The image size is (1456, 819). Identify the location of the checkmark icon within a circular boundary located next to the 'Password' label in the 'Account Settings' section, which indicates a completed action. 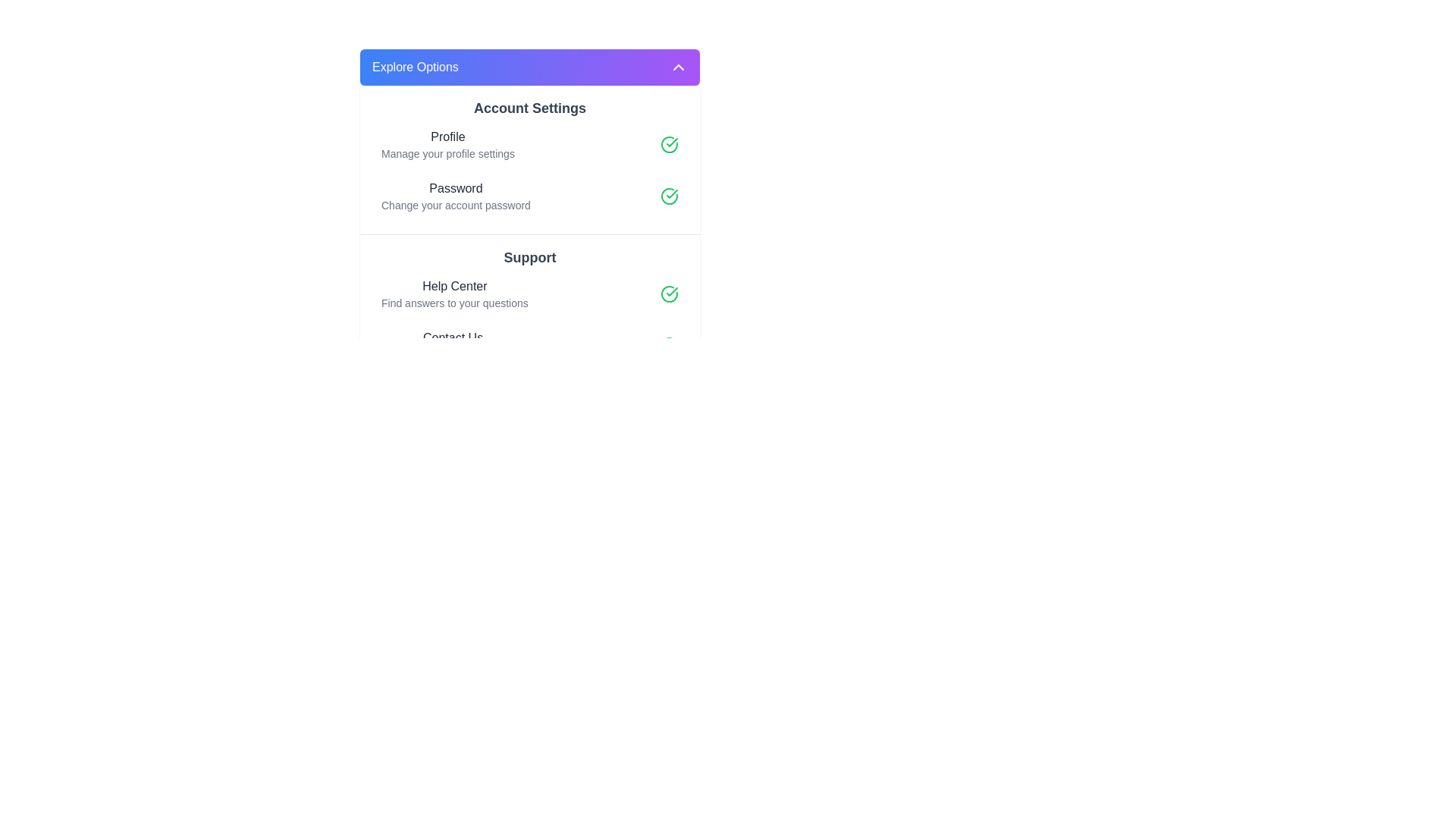
(671, 193).